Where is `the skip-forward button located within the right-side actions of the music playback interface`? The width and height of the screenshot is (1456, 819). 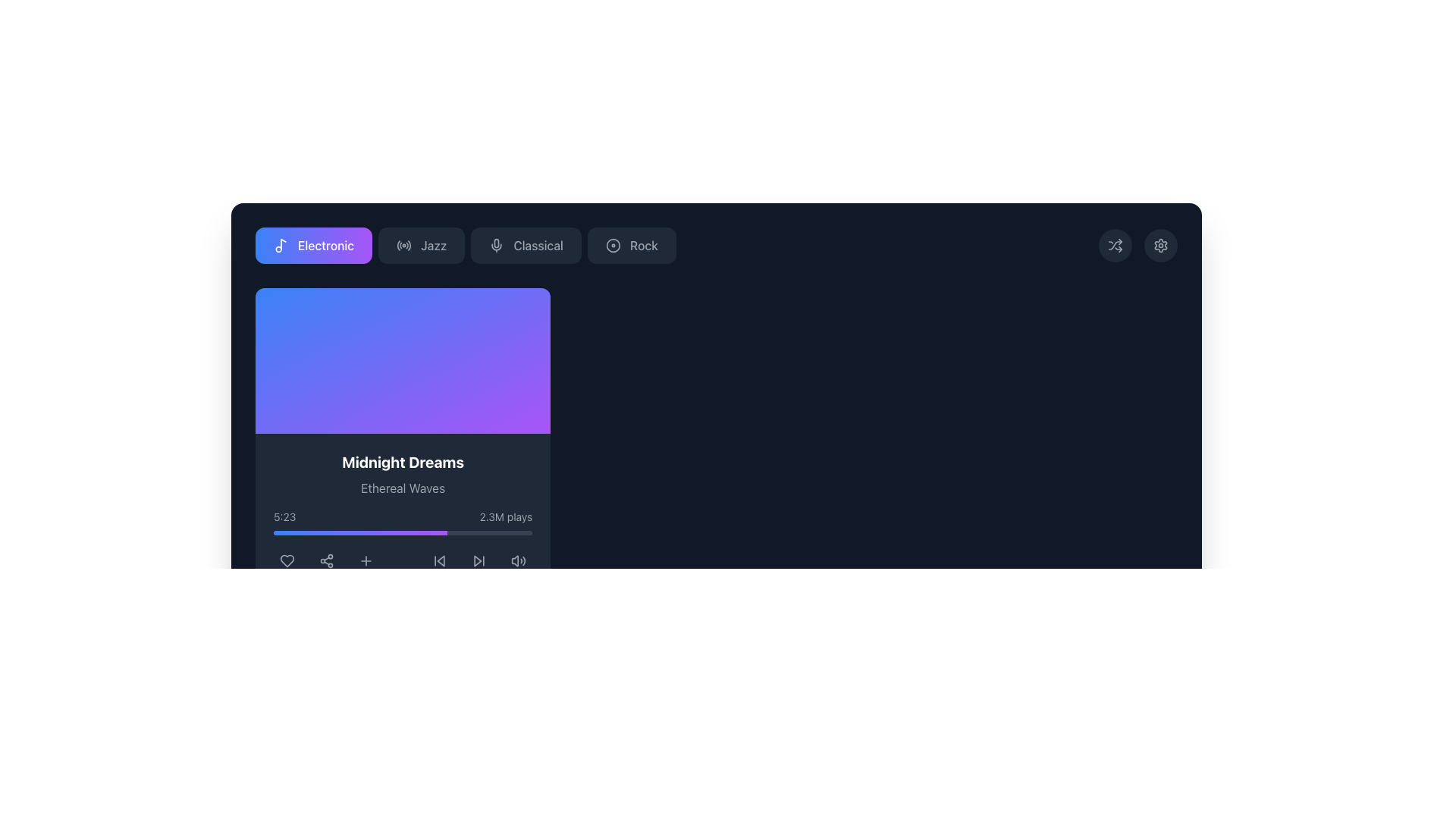 the skip-forward button located within the right-side actions of the music playback interface is located at coordinates (477, 561).